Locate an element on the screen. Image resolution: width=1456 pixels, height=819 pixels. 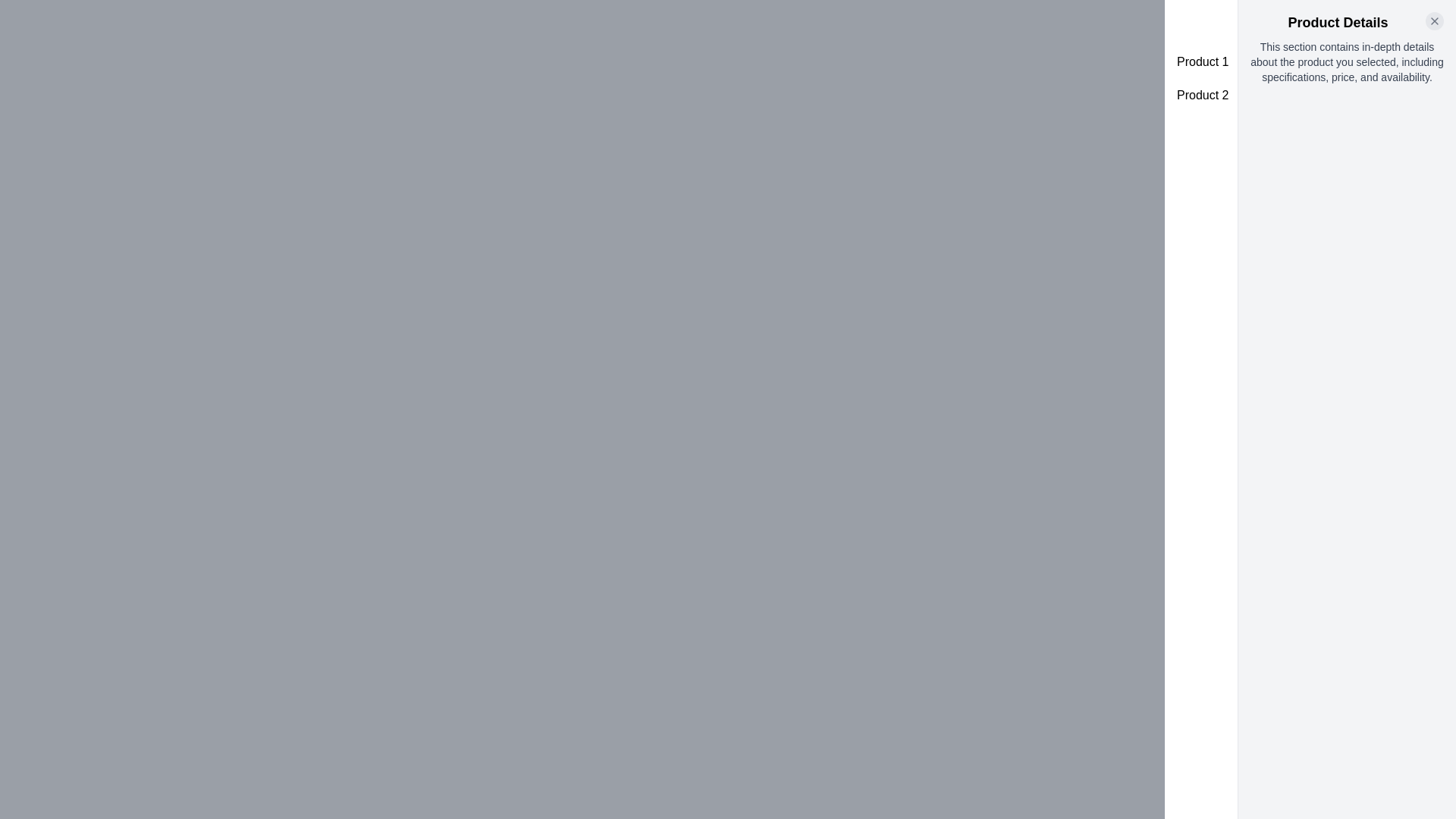
text displayed in the 'Product 1' label, which is a black sans-serif font text located in the upper-left section of the interface is located at coordinates (1202, 61).